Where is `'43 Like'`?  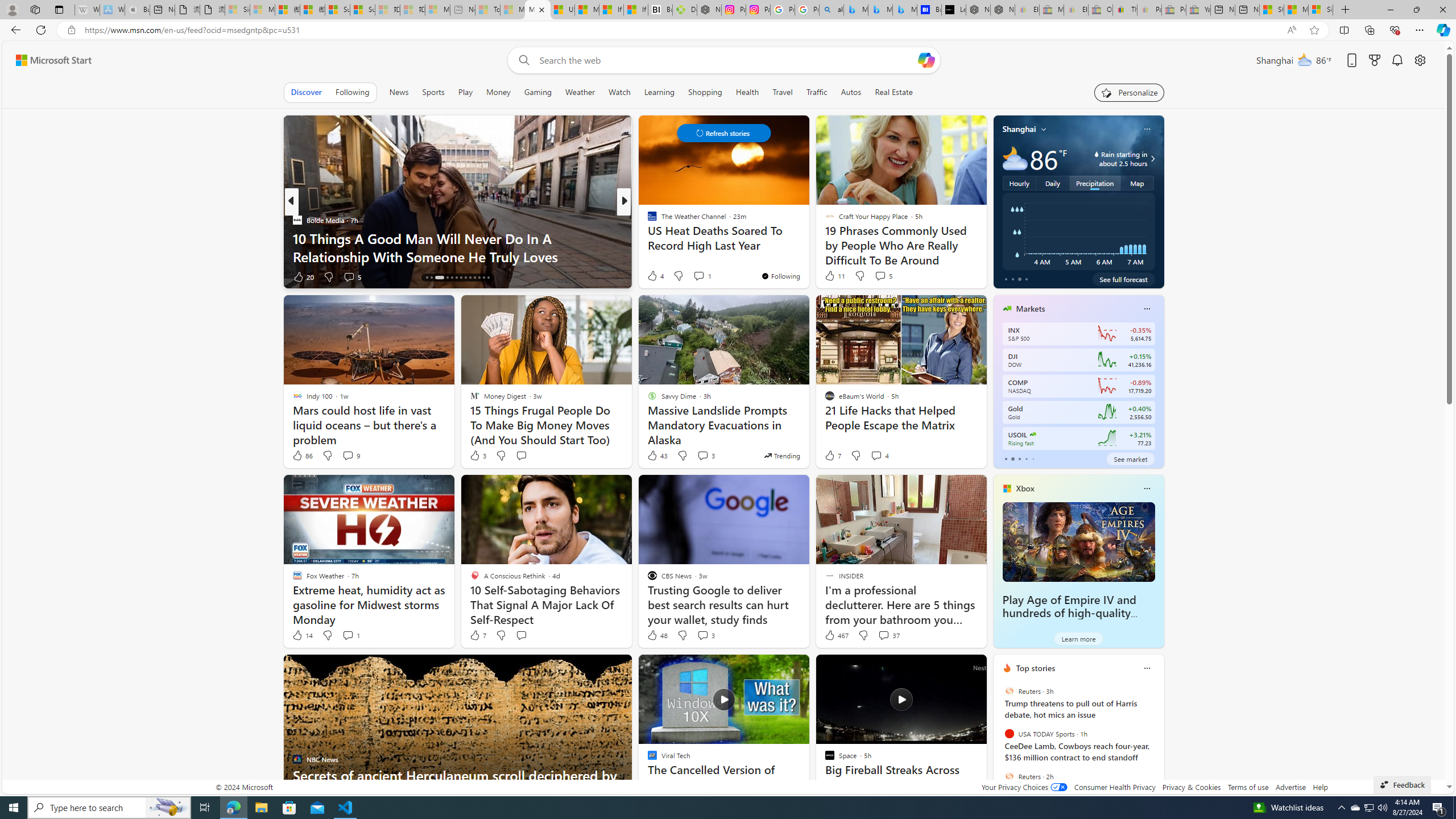
'43 Like' is located at coordinates (656, 455).